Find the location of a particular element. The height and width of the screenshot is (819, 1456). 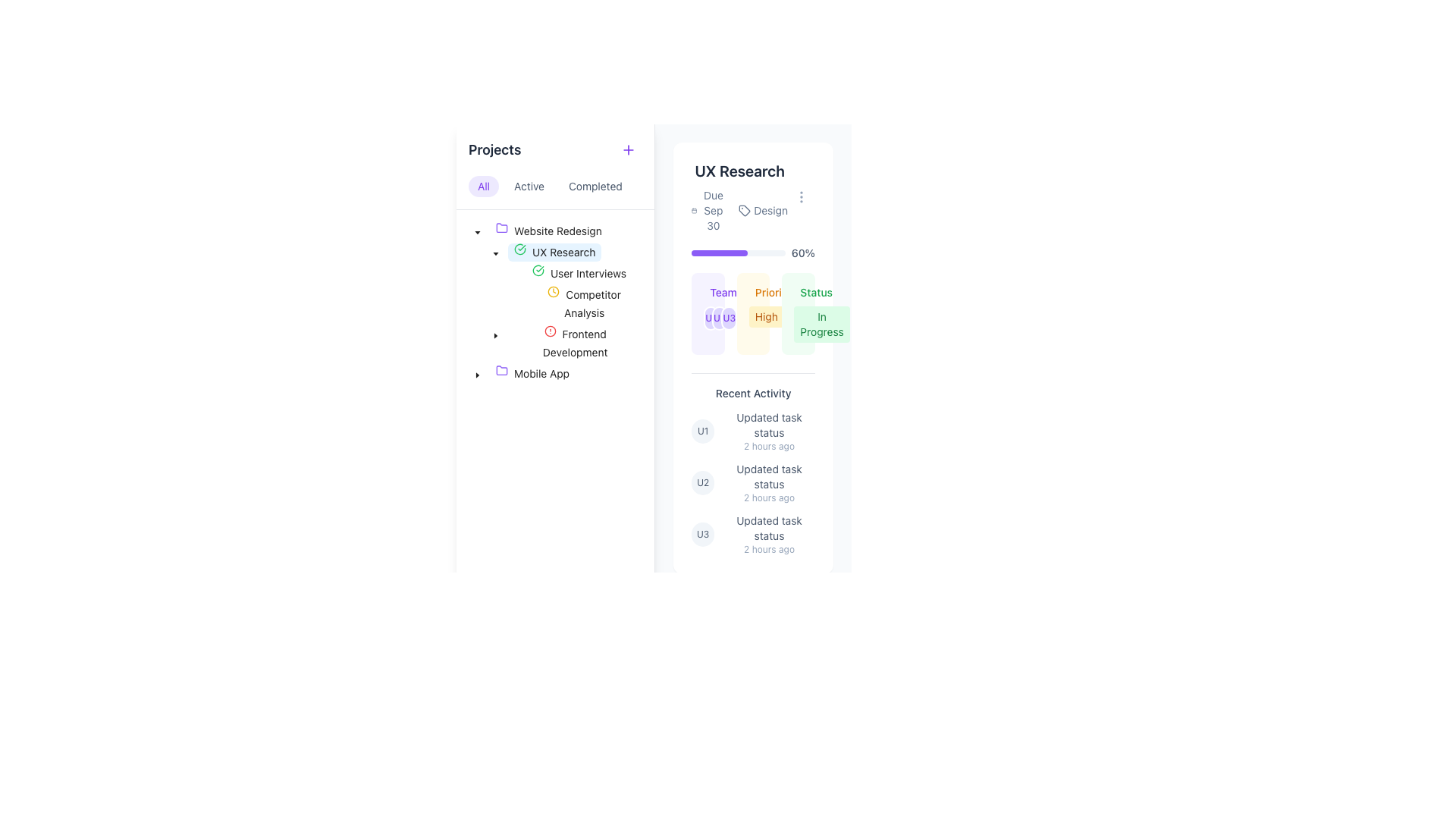

the circular avatar representation labeled 'U3' is located at coordinates (702, 534).